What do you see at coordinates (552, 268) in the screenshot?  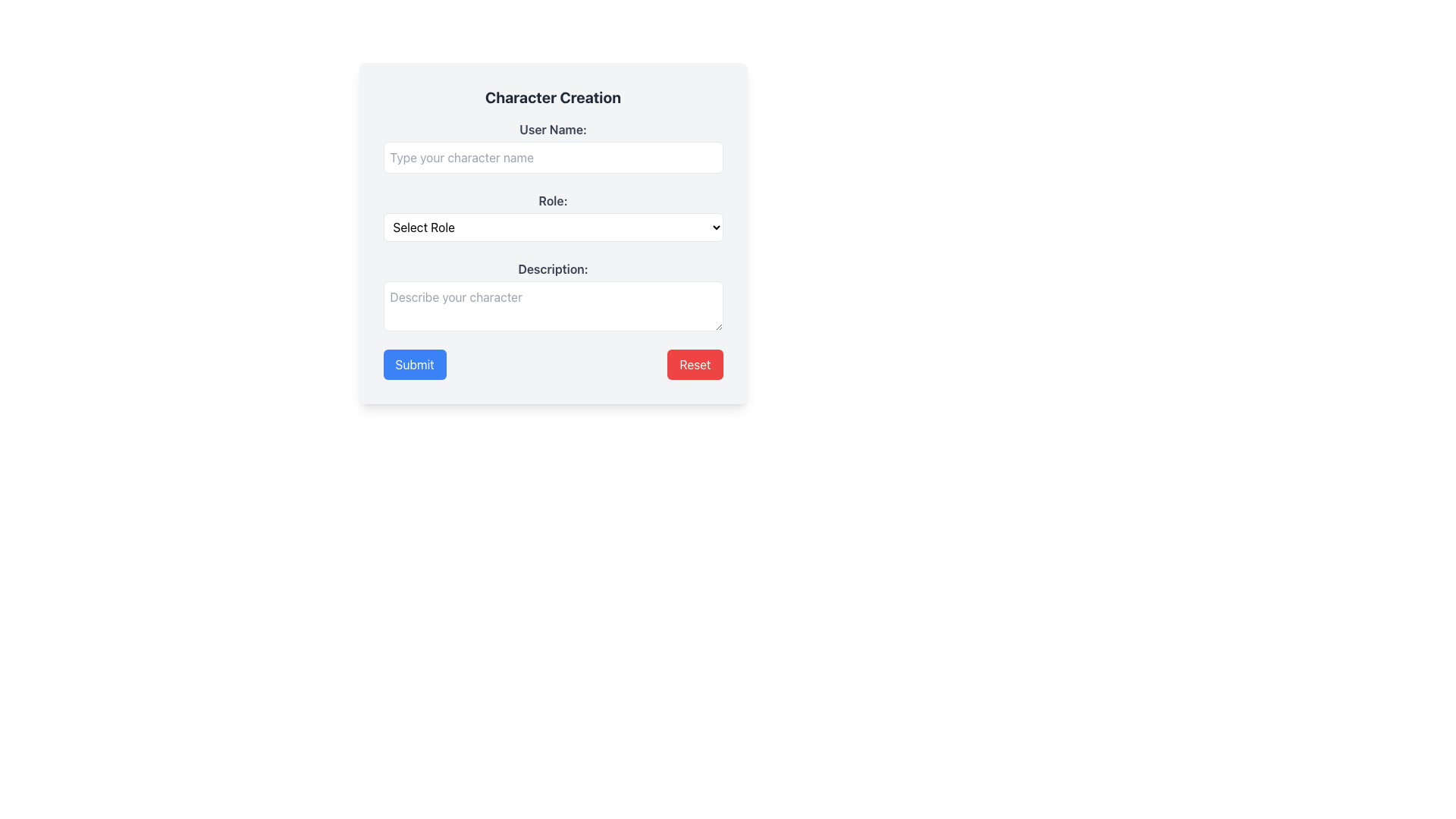 I see `the Text label indicating the description area for the character, which is positioned directly above the multiline text input field labeled 'Describe your character.'` at bounding box center [552, 268].